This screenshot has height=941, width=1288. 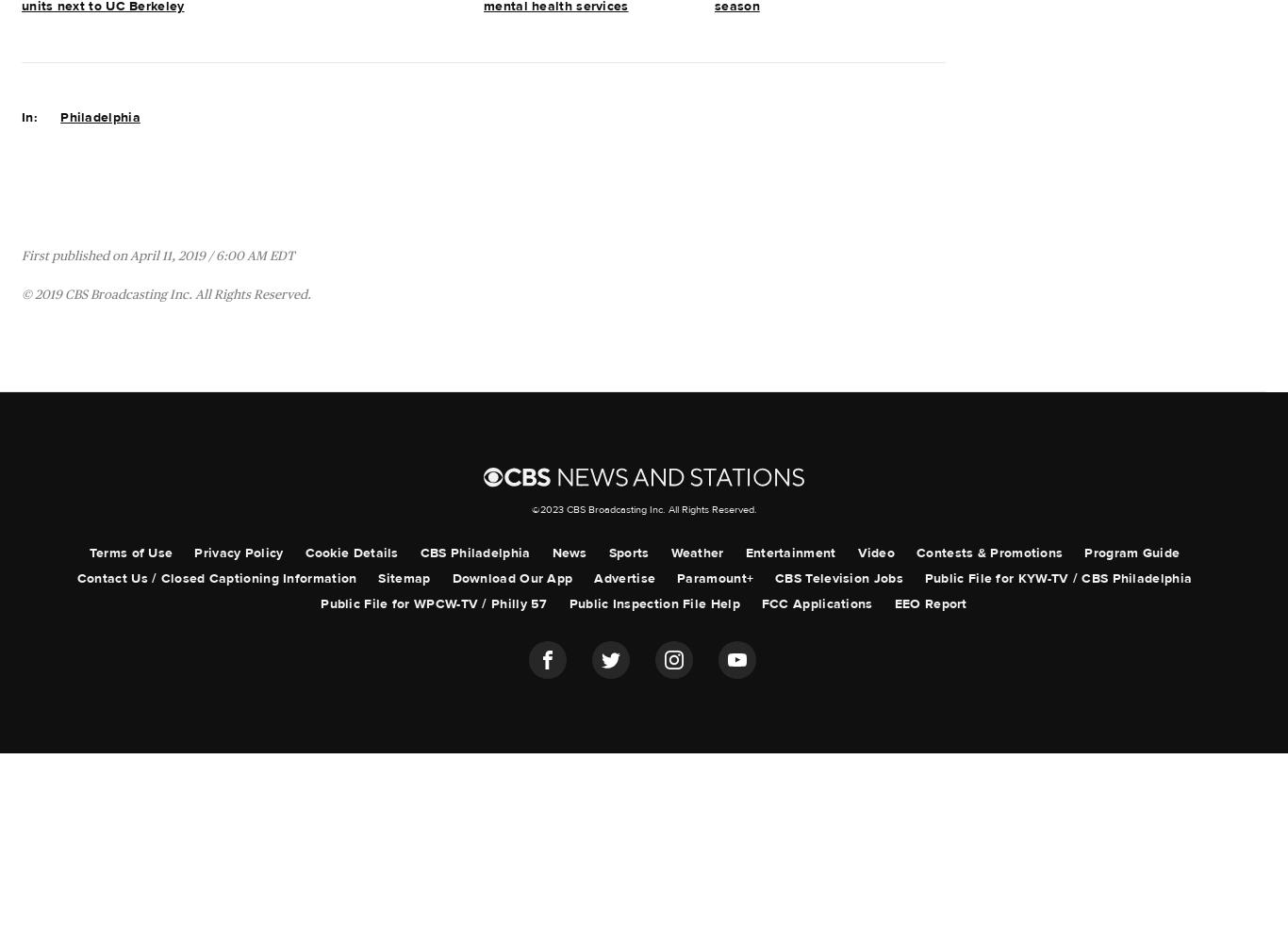 What do you see at coordinates (697, 552) in the screenshot?
I see `'Weather'` at bounding box center [697, 552].